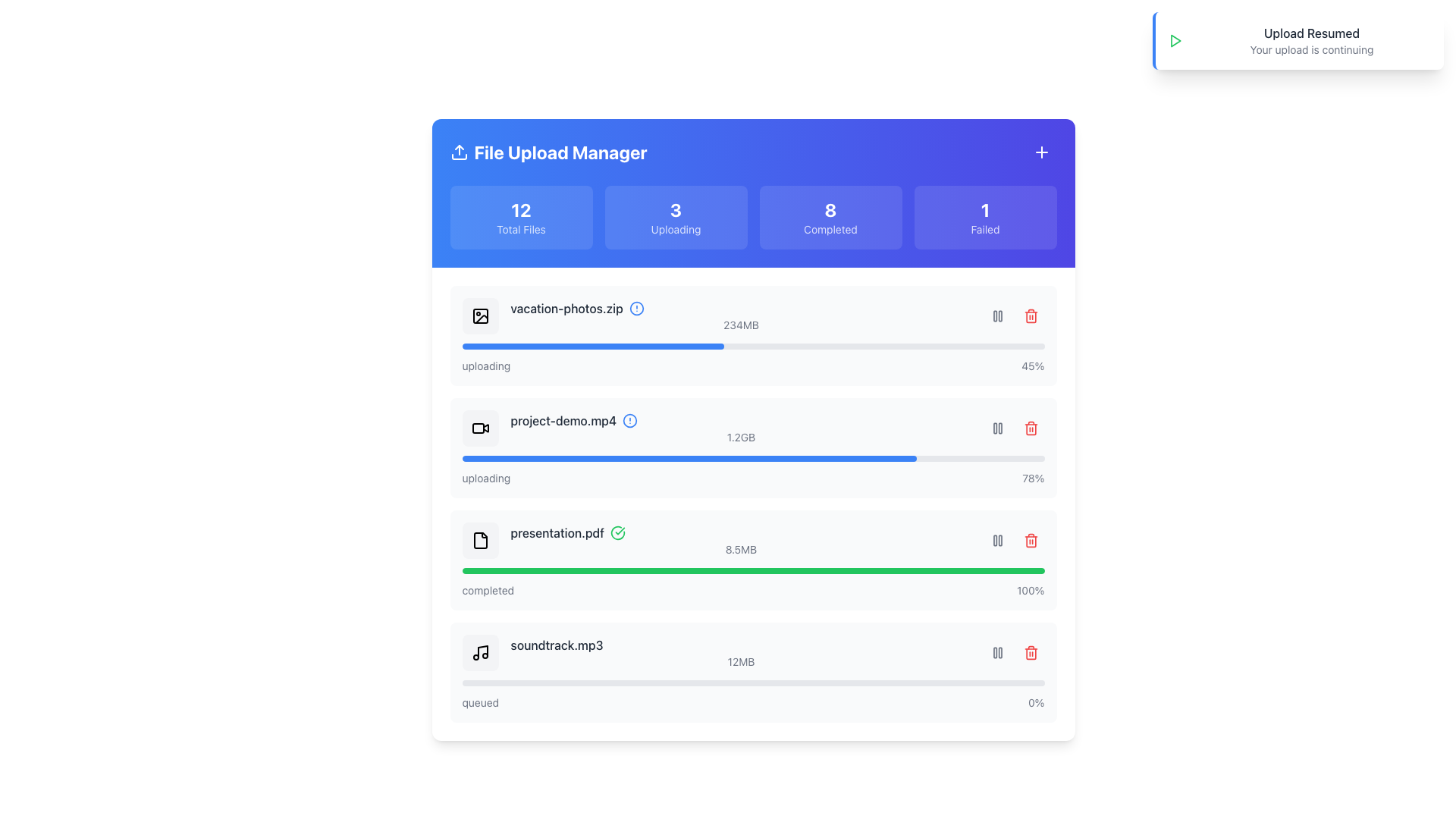  Describe the element at coordinates (1031, 653) in the screenshot. I see `the opening segment of the trash can icon located on the far right of the file row, which is used to trigger the deletion of associated items` at that location.